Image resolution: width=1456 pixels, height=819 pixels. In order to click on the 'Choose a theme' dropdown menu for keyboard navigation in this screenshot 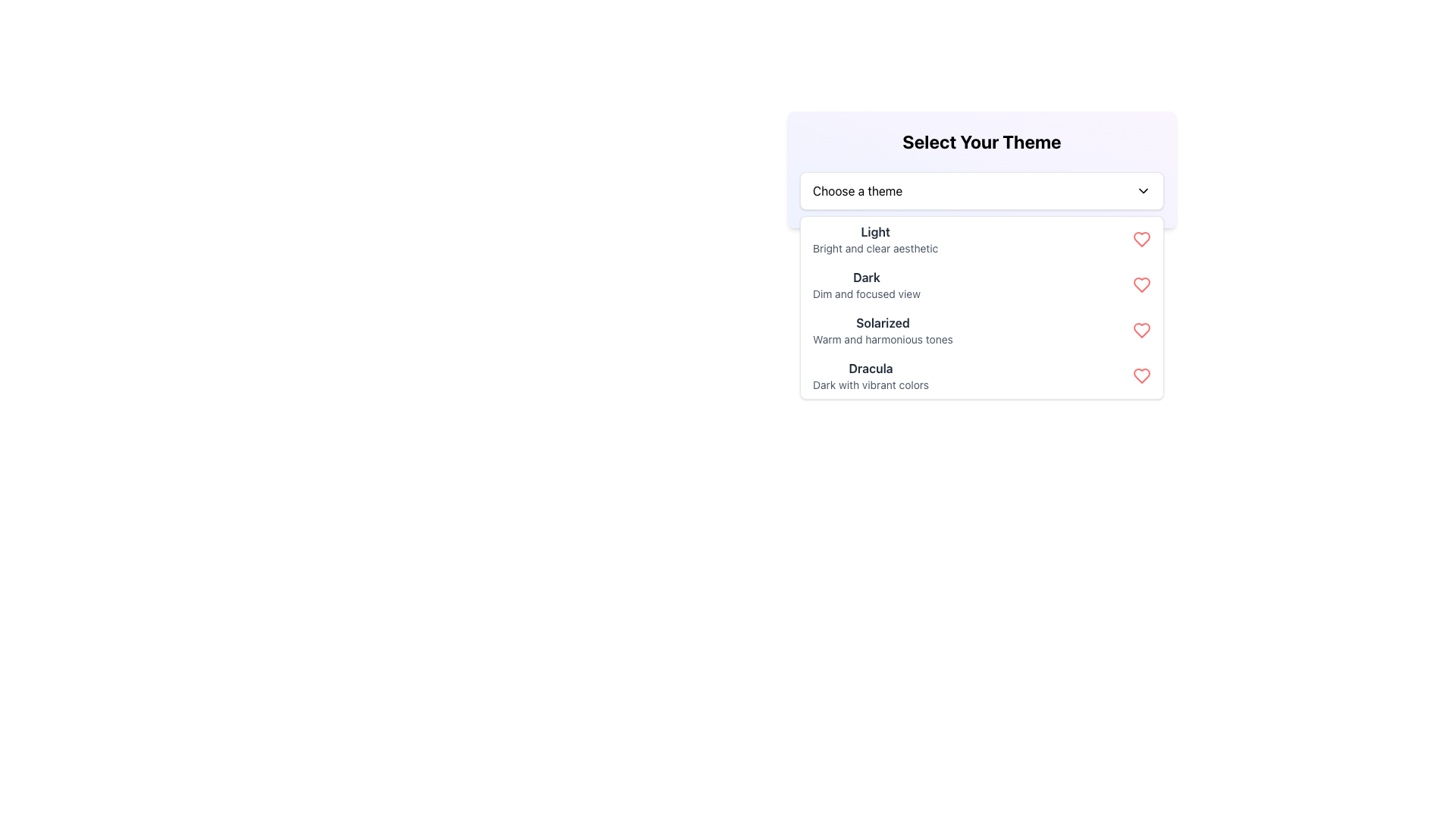, I will do `click(982, 190)`.